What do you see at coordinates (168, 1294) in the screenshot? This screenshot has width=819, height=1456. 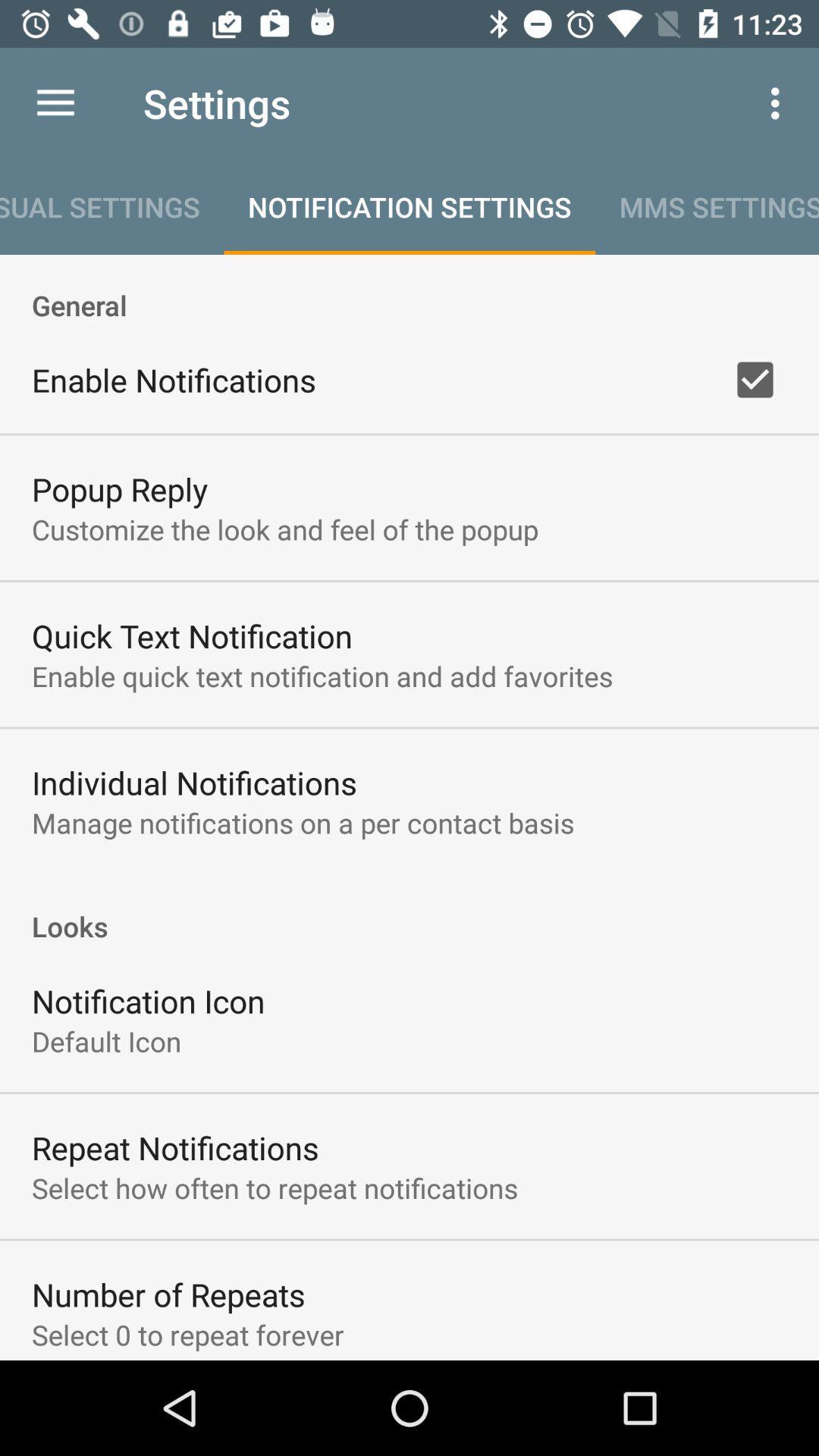 I see `the icon above select 0 to` at bounding box center [168, 1294].